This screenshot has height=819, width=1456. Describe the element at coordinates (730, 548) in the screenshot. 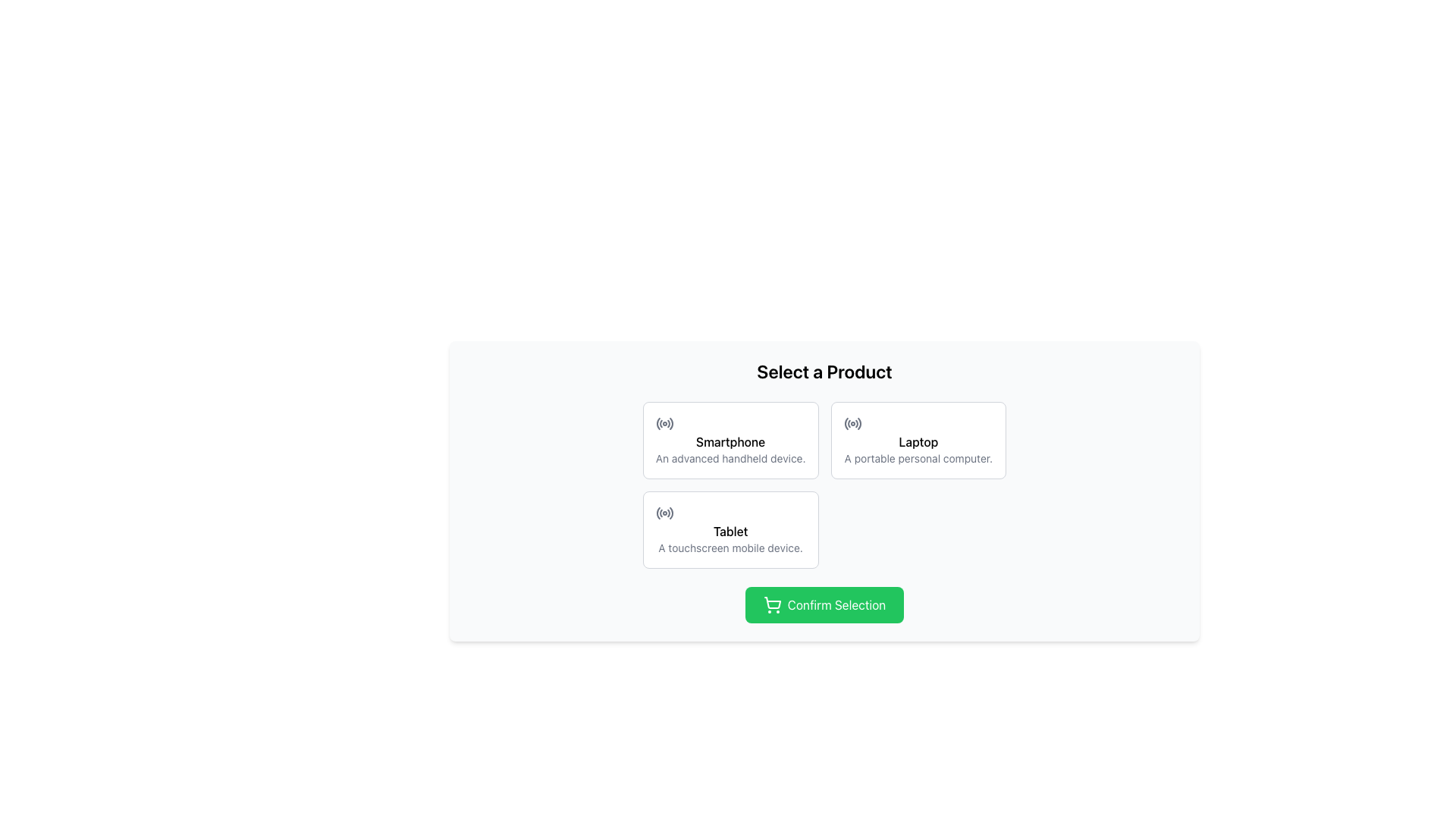

I see `the Text label that provides additional information about the 'Tablet' selection option, located directly underneath the 'Tablet' title` at that location.